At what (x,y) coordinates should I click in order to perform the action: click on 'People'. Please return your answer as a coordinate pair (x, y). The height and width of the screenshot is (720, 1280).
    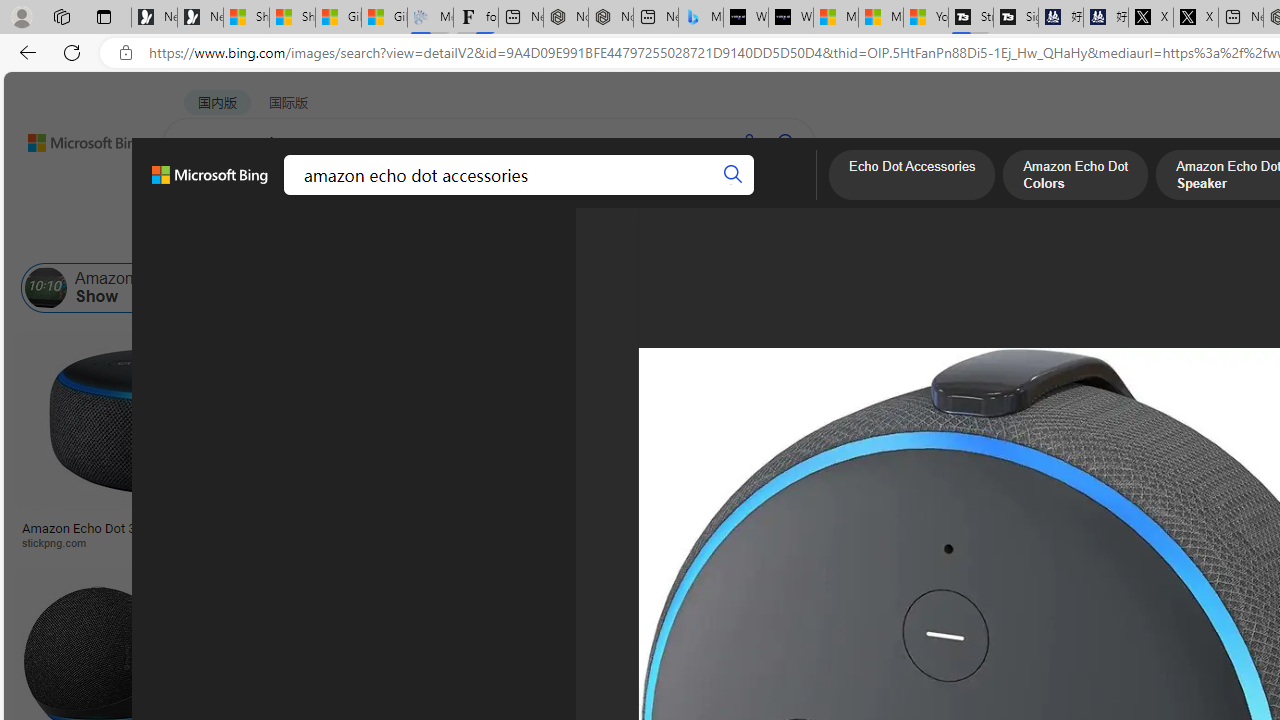
    Looking at the image, I should click on (521, 236).